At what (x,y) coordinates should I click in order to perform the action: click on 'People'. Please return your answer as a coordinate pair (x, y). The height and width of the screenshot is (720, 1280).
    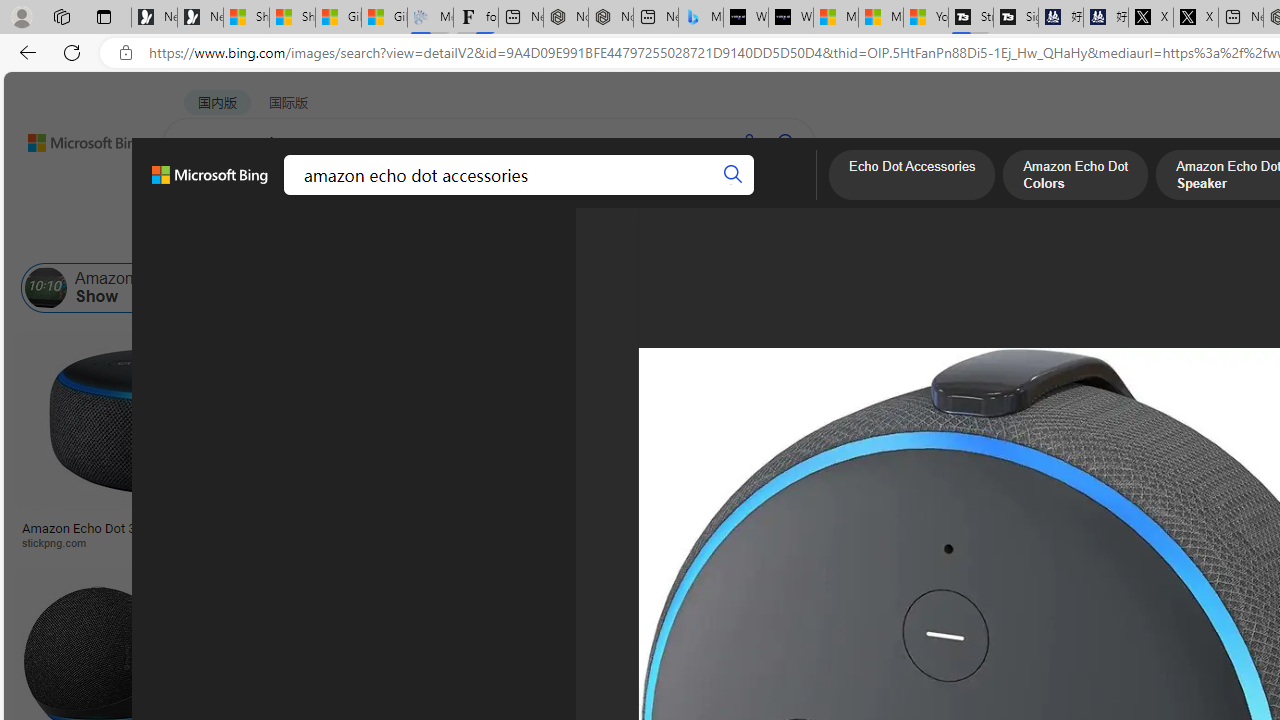
    Looking at the image, I should click on (521, 236).